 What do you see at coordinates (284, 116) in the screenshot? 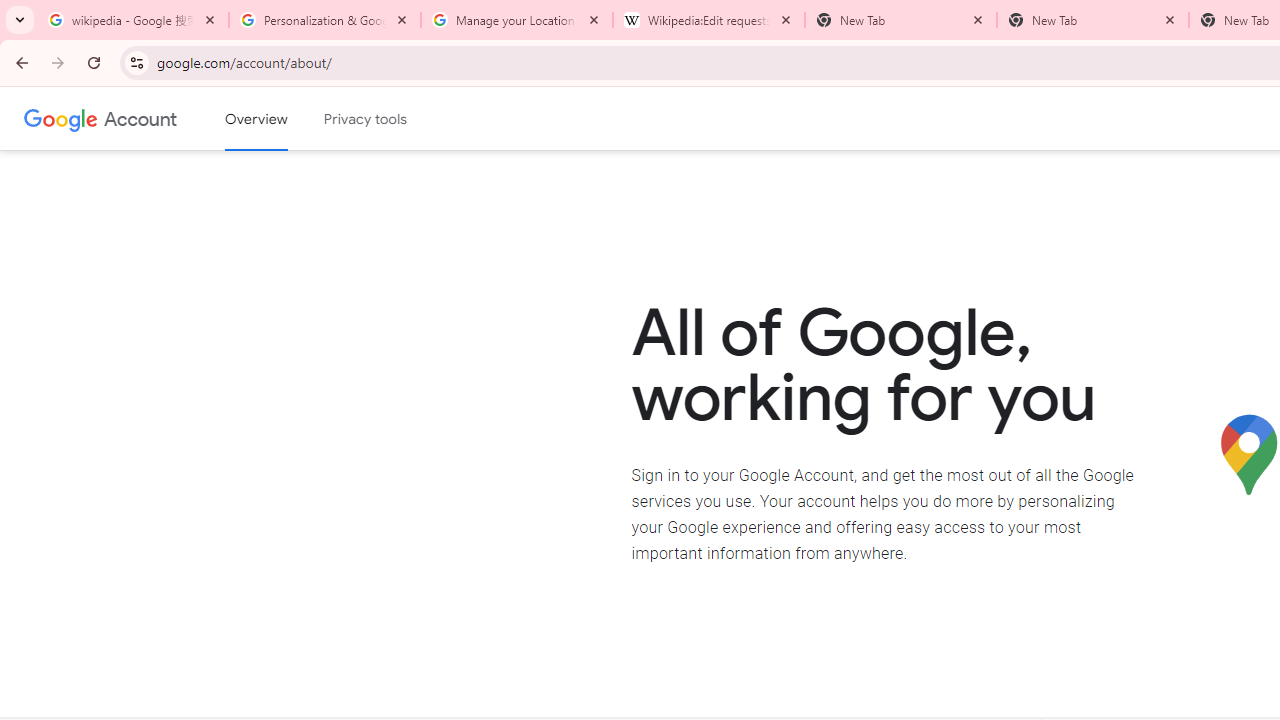
I see `'Skip to Content'` at bounding box center [284, 116].